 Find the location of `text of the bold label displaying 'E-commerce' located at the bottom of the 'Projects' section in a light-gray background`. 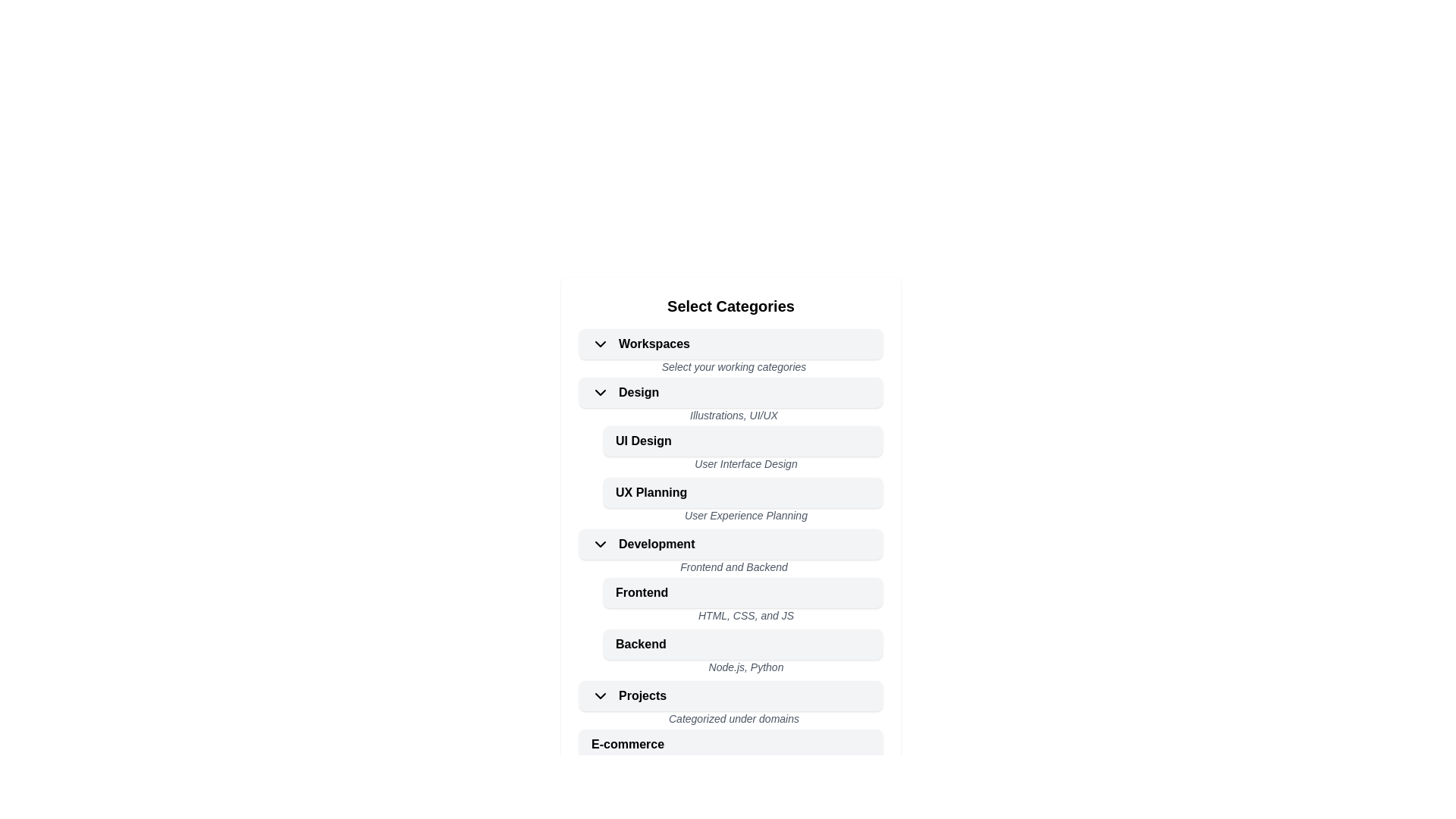

text of the bold label displaying 'E-commerce' located at the bottom of the 'Projects' section in a light-gray background is located at coordinates (628, 744).